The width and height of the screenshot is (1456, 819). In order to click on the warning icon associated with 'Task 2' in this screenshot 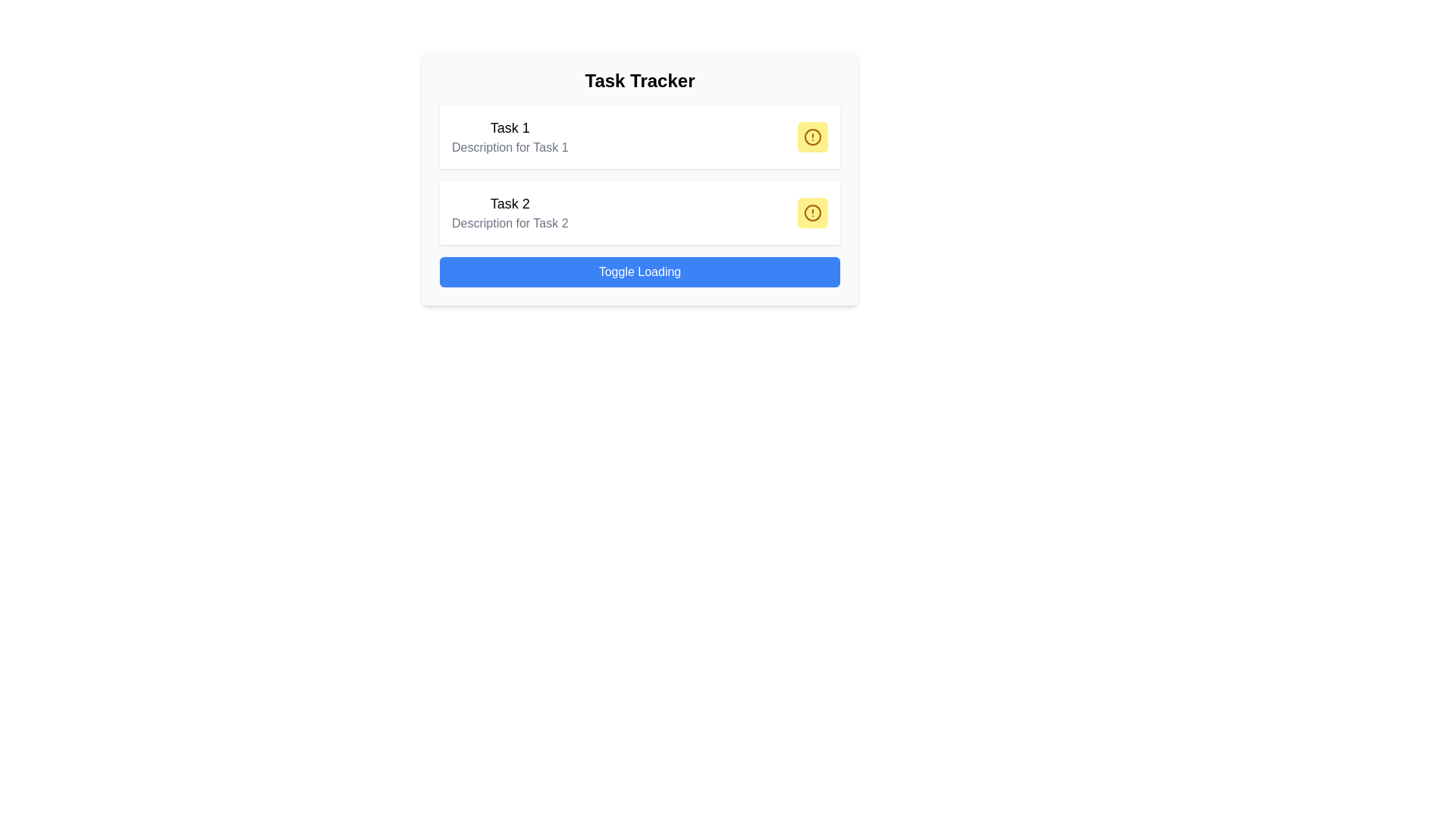, I will do `click(811, 213)`.